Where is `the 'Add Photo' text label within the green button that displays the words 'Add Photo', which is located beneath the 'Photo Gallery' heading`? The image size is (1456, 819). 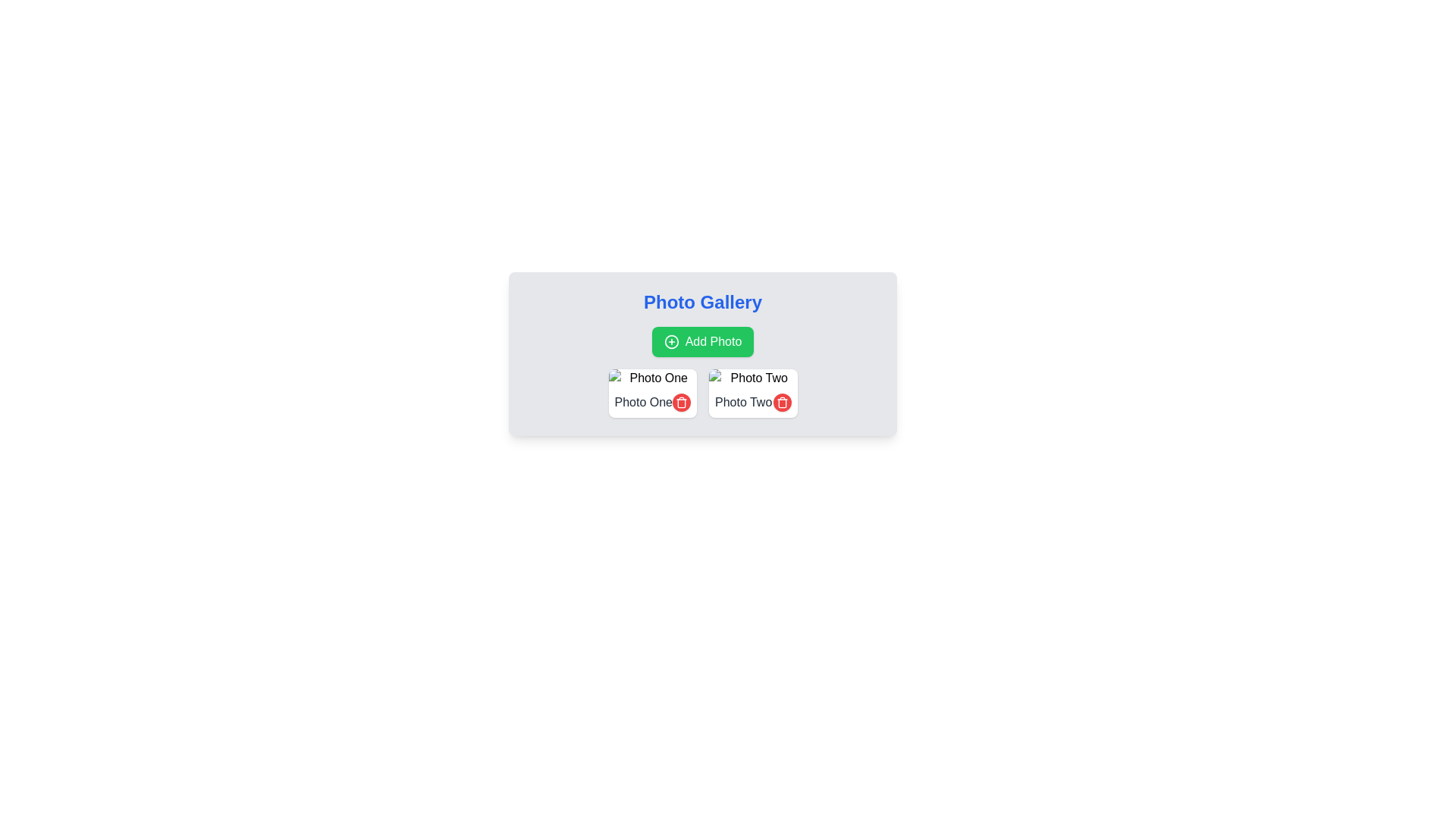 the 'Add Photo' text label within the green button that displays the words 'Add Photo', which is located beneath the 'Photo Gallery' heading is located at coordinates (712, 342).